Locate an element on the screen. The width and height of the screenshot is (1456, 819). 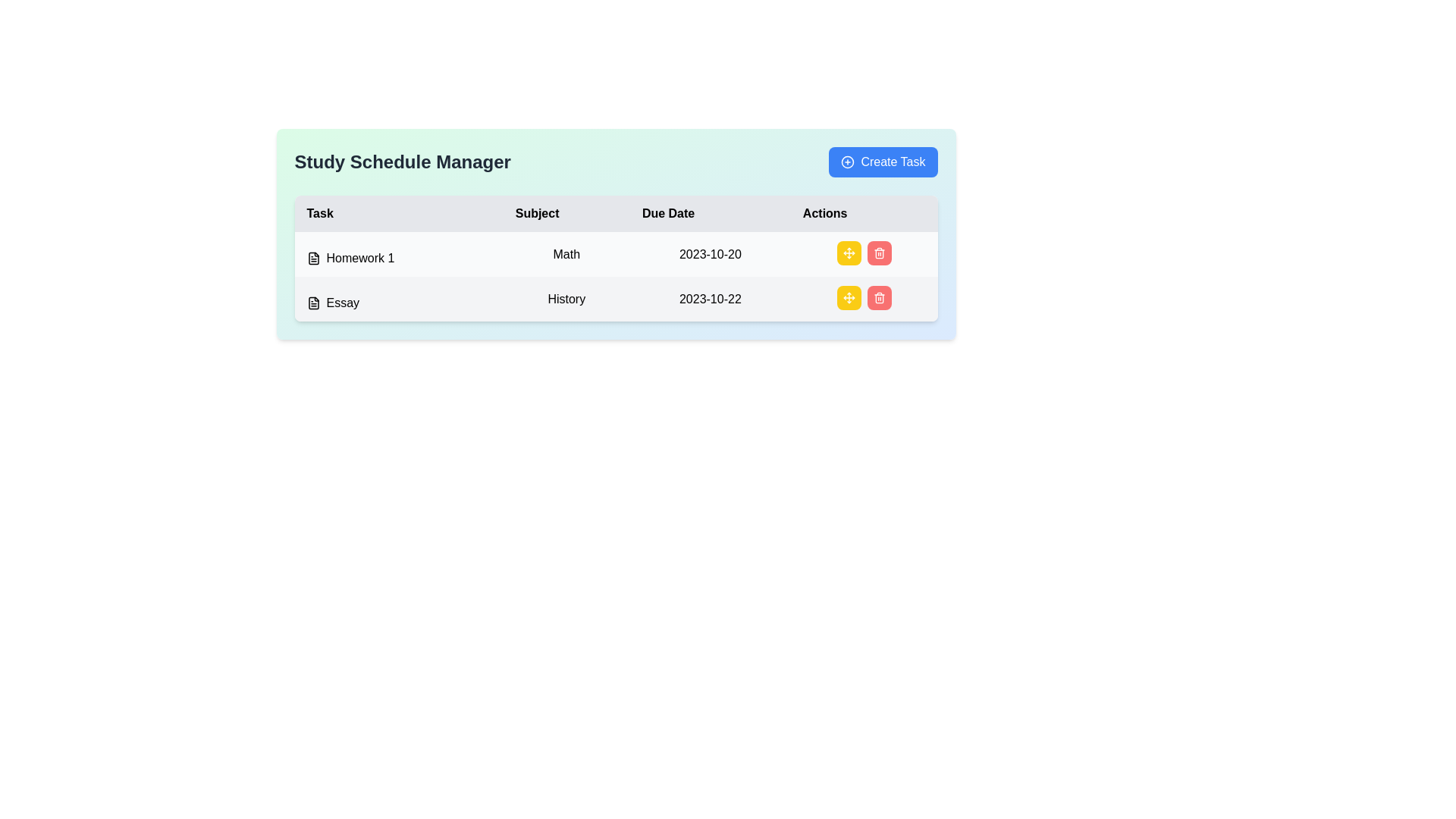
the document icon representing the 'Essay' task, which is the first item in the second row of the table under the 'Task' column, aligned left to the text 'Essay' is located at coordinates (312, 303).